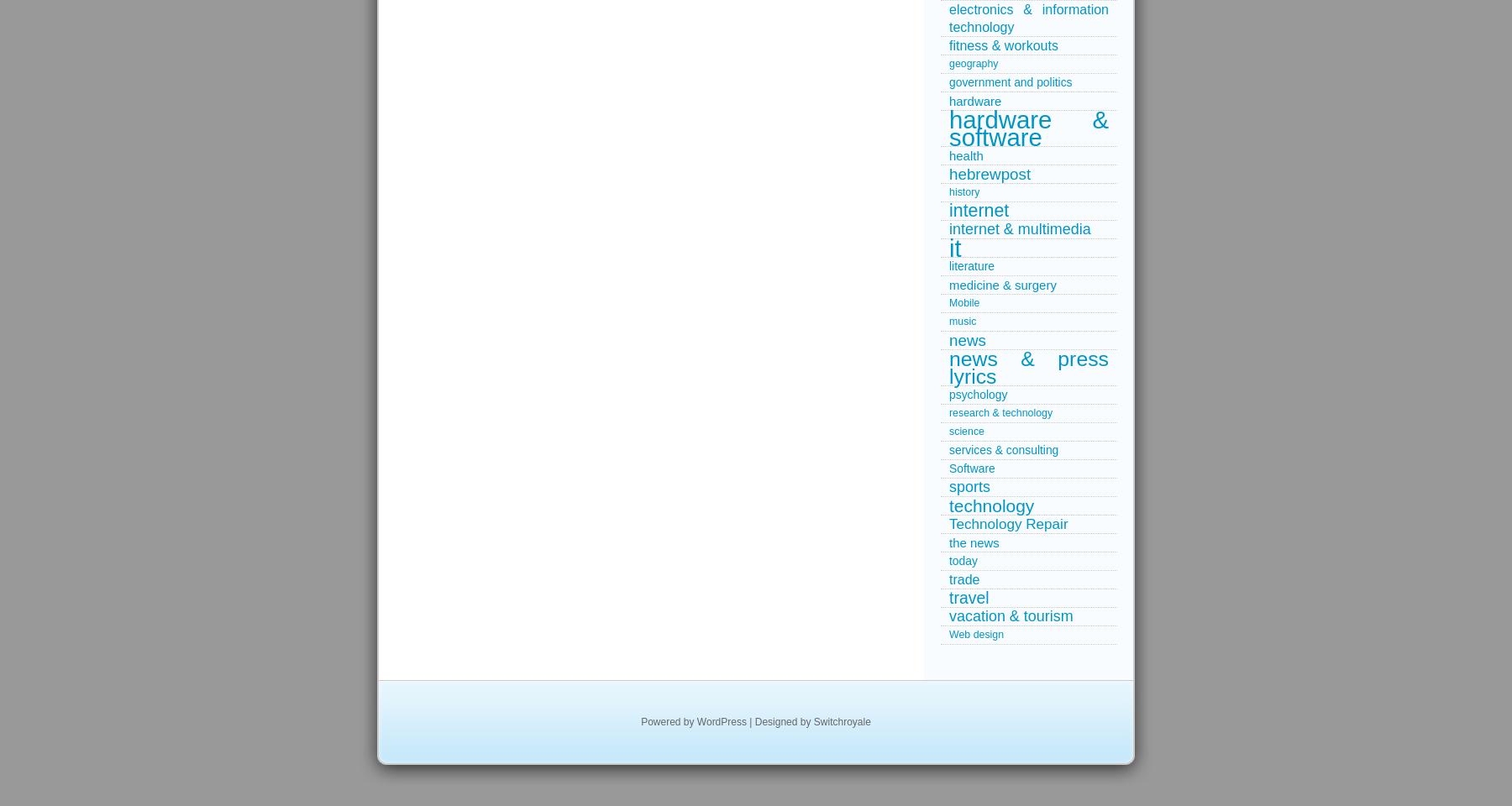 The width and height of the screenshot is (1512, 806). I want to click on 'WordPress', so click(721, 720).